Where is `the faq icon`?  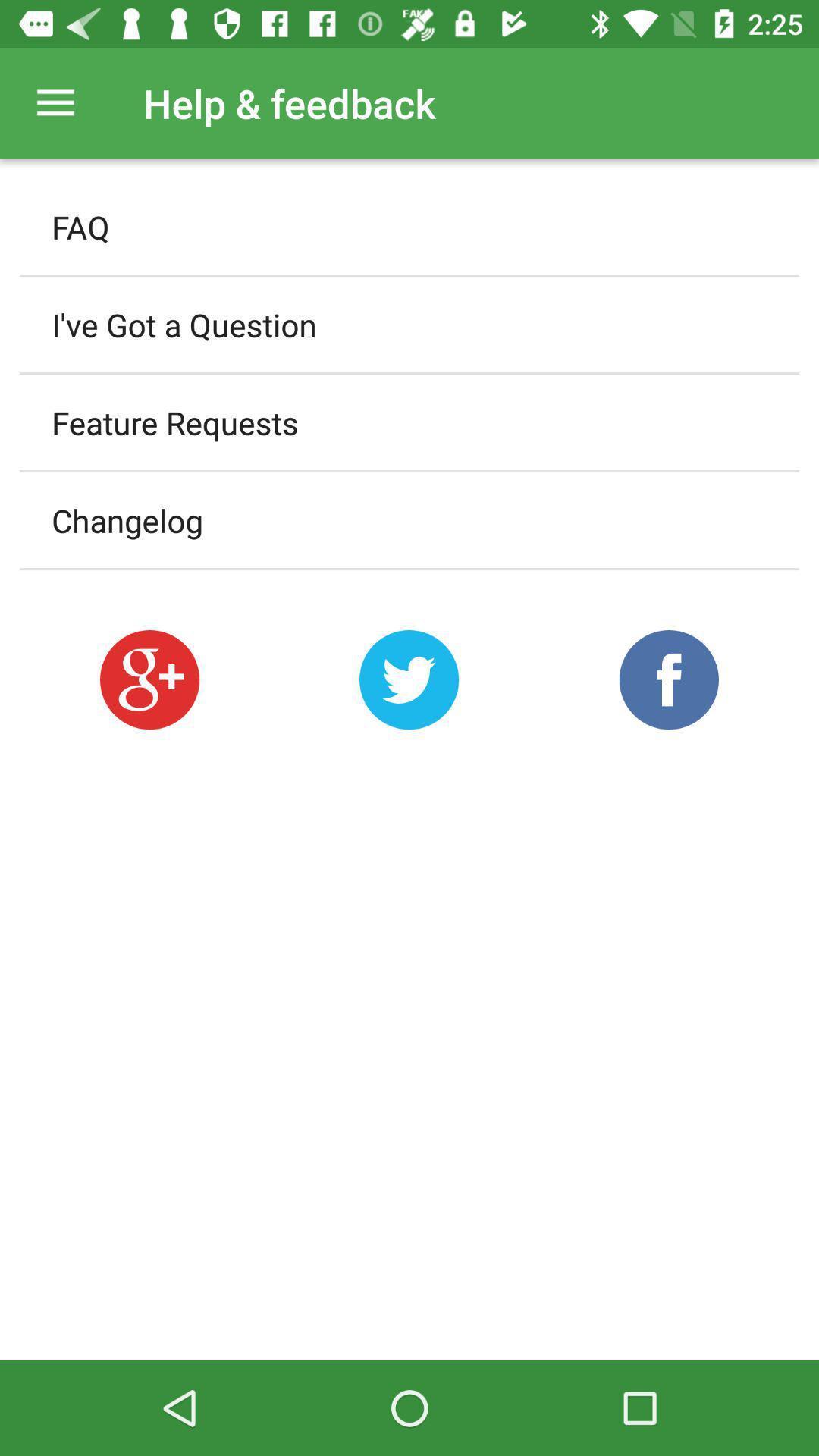 the faq icon is located at coordinates (409, 226).